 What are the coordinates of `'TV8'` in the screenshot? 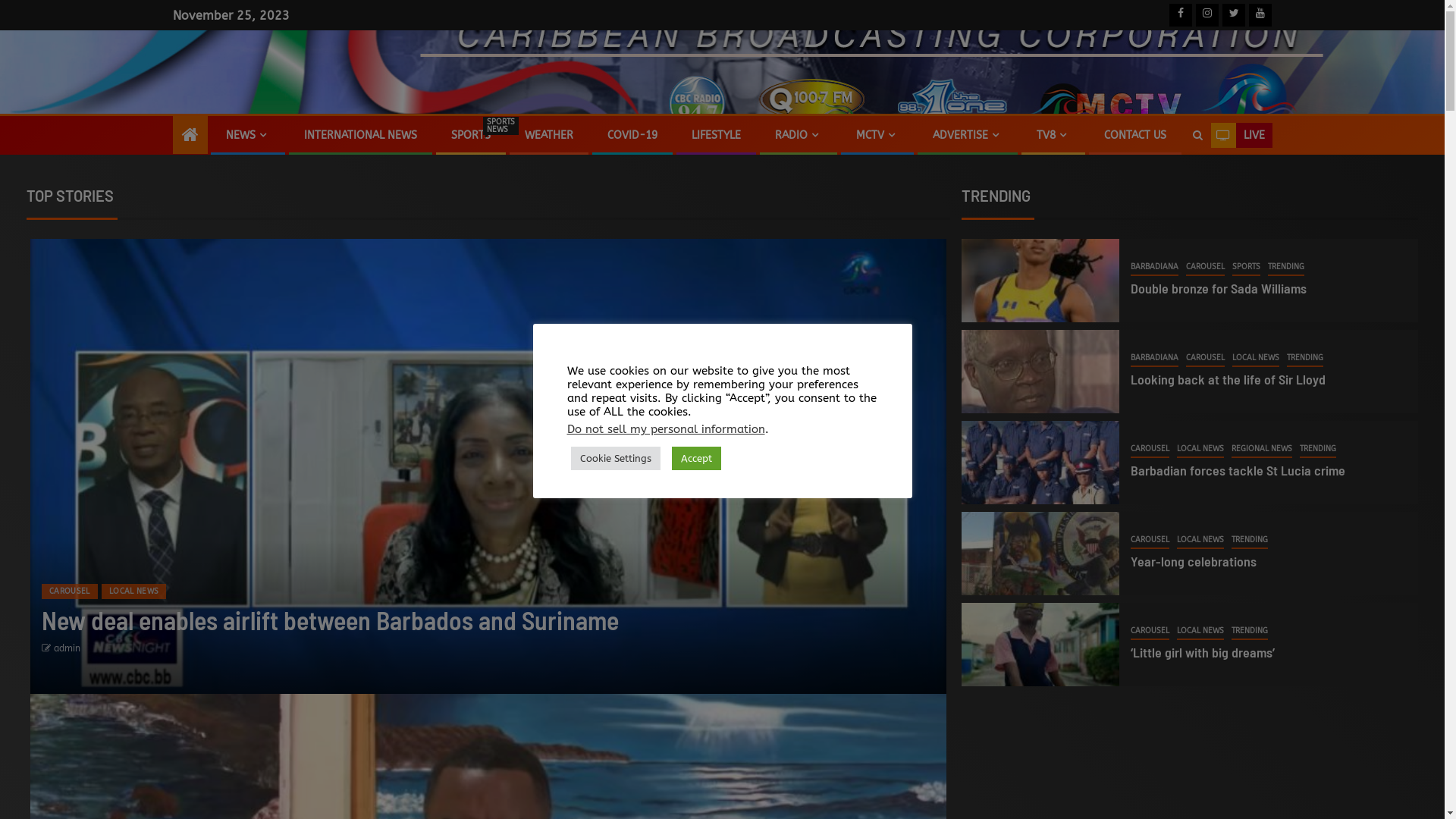 It's located at (1035, 134).